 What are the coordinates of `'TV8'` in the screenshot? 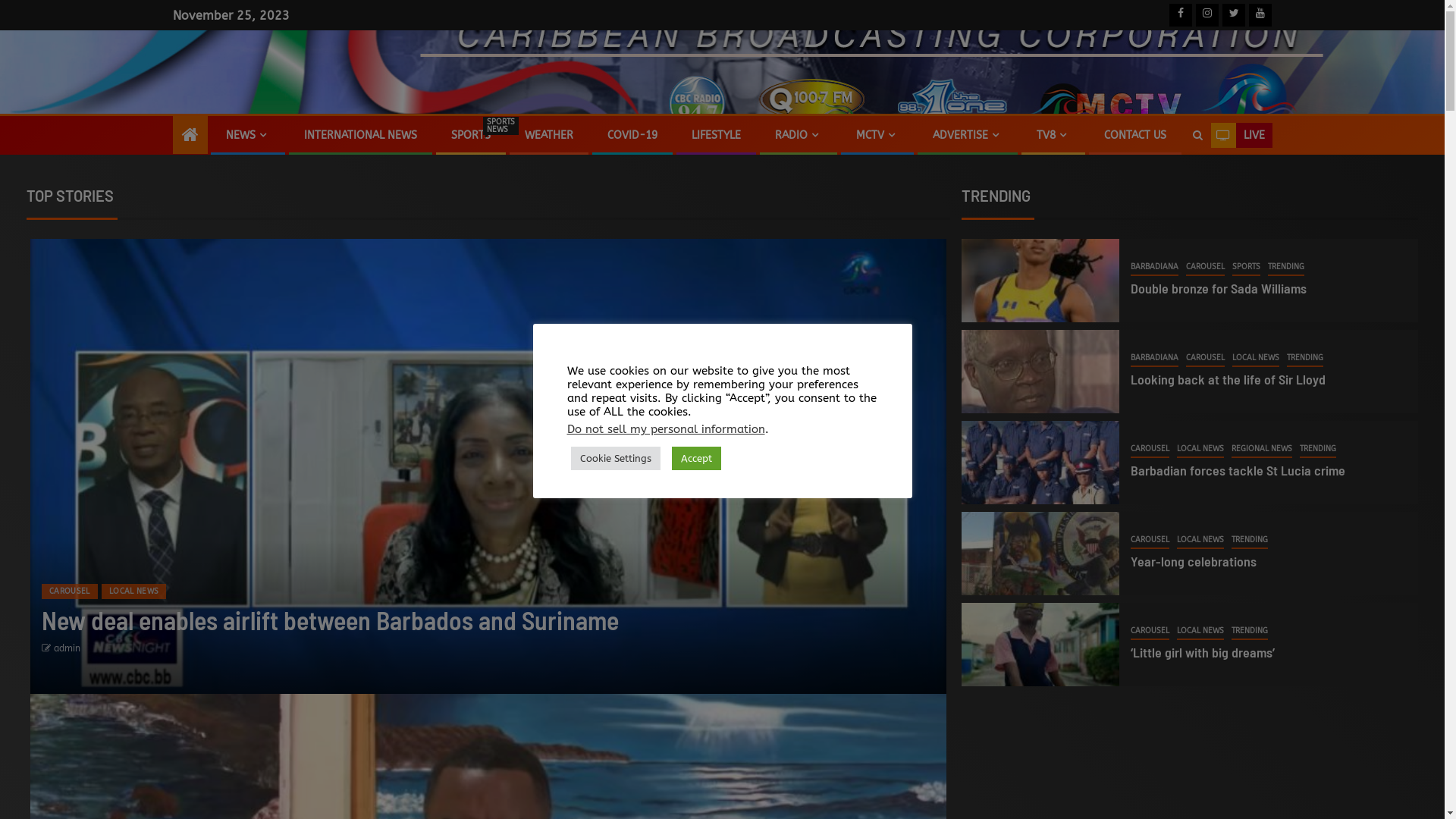 It's located at (1035, 134).